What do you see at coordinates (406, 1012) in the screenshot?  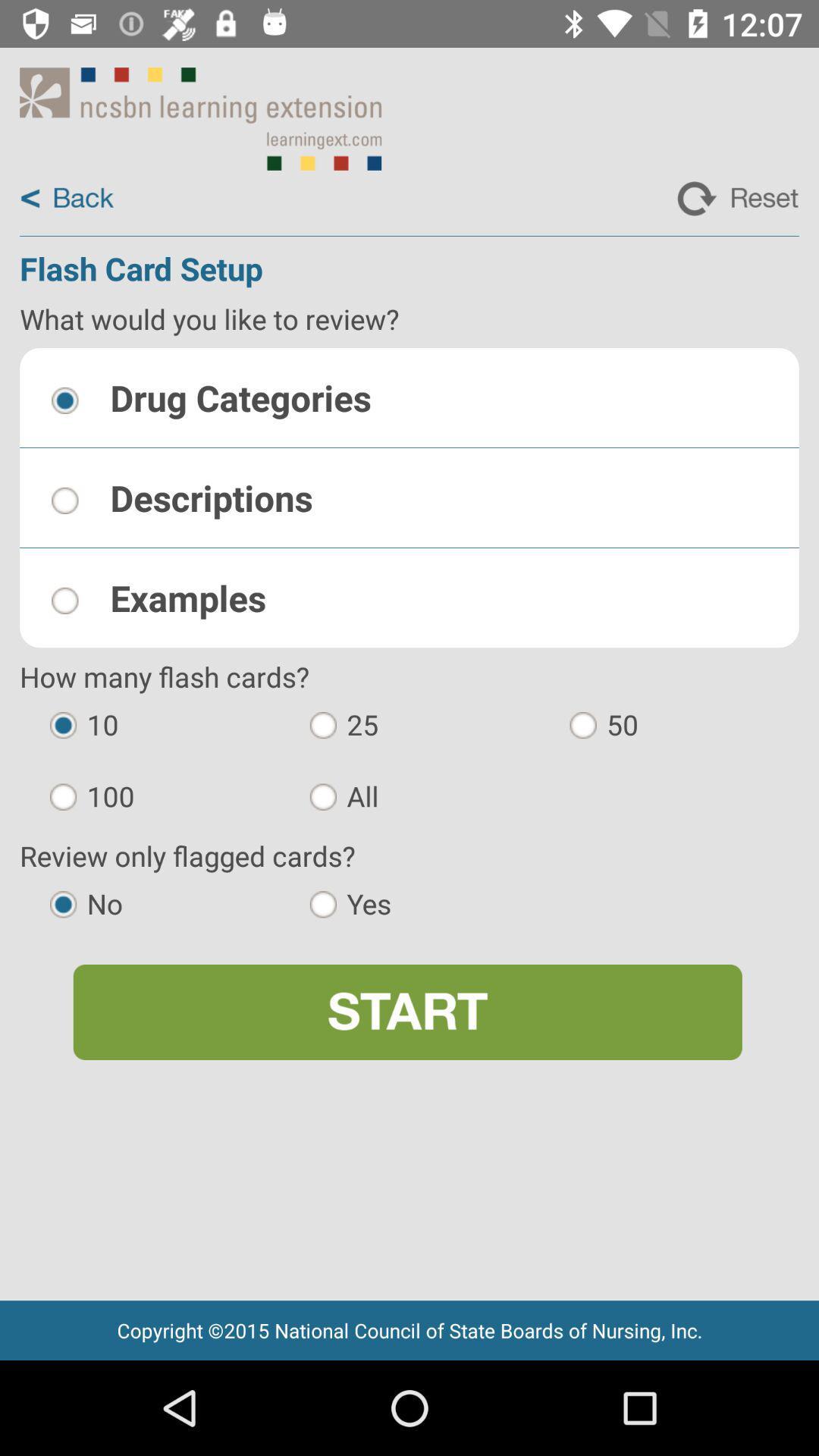 I see `icon above copyright 2015 national` at bounding box center [406, 1012].